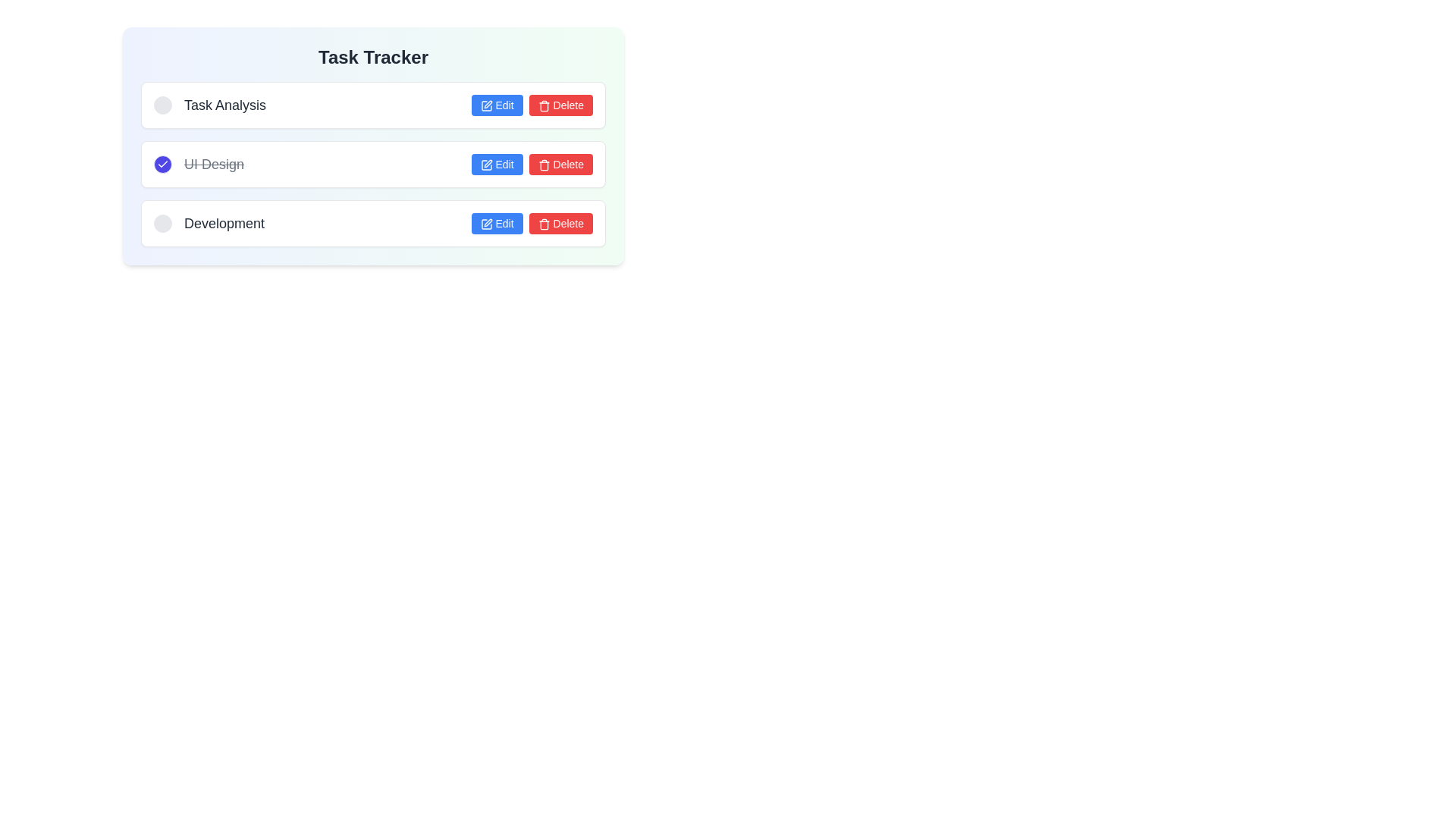 The width and height of the screenshot is (1456, 819). What do you see at coordinates (163, 164) in the screenshot?
I see `the checkmark icon with a rounded border, which is white and set against a purple circular background, located in the 'Task Tracker' list beside the 'UI Design' entry` at bounding box center [163, 164].